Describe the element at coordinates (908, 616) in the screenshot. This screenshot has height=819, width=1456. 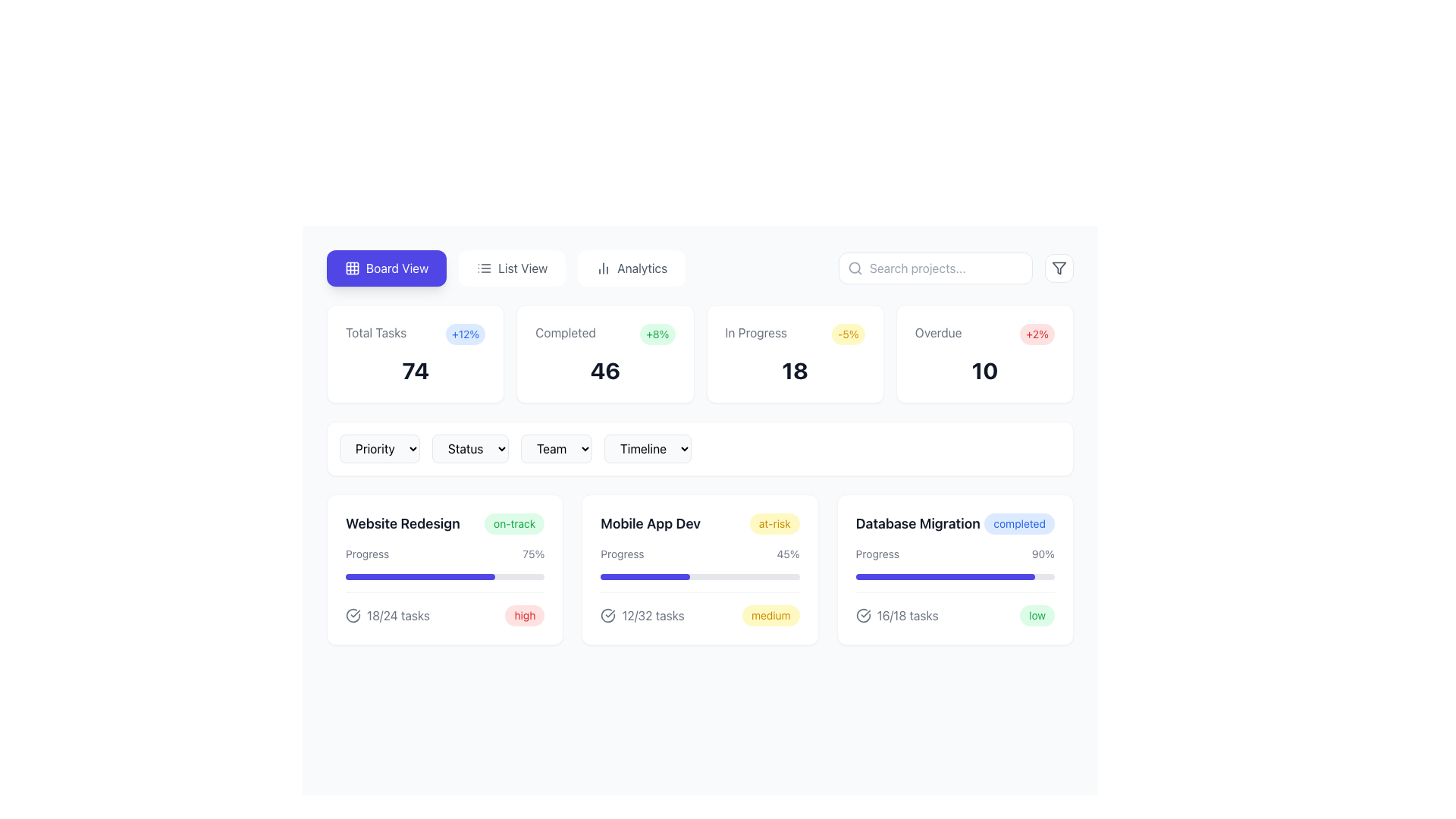
I see `the text displaying '16/18 tasks', which indicates task progress in the lower right card labeled 'Database Migration', to possibly reveal additional details or tooltips` at that location.